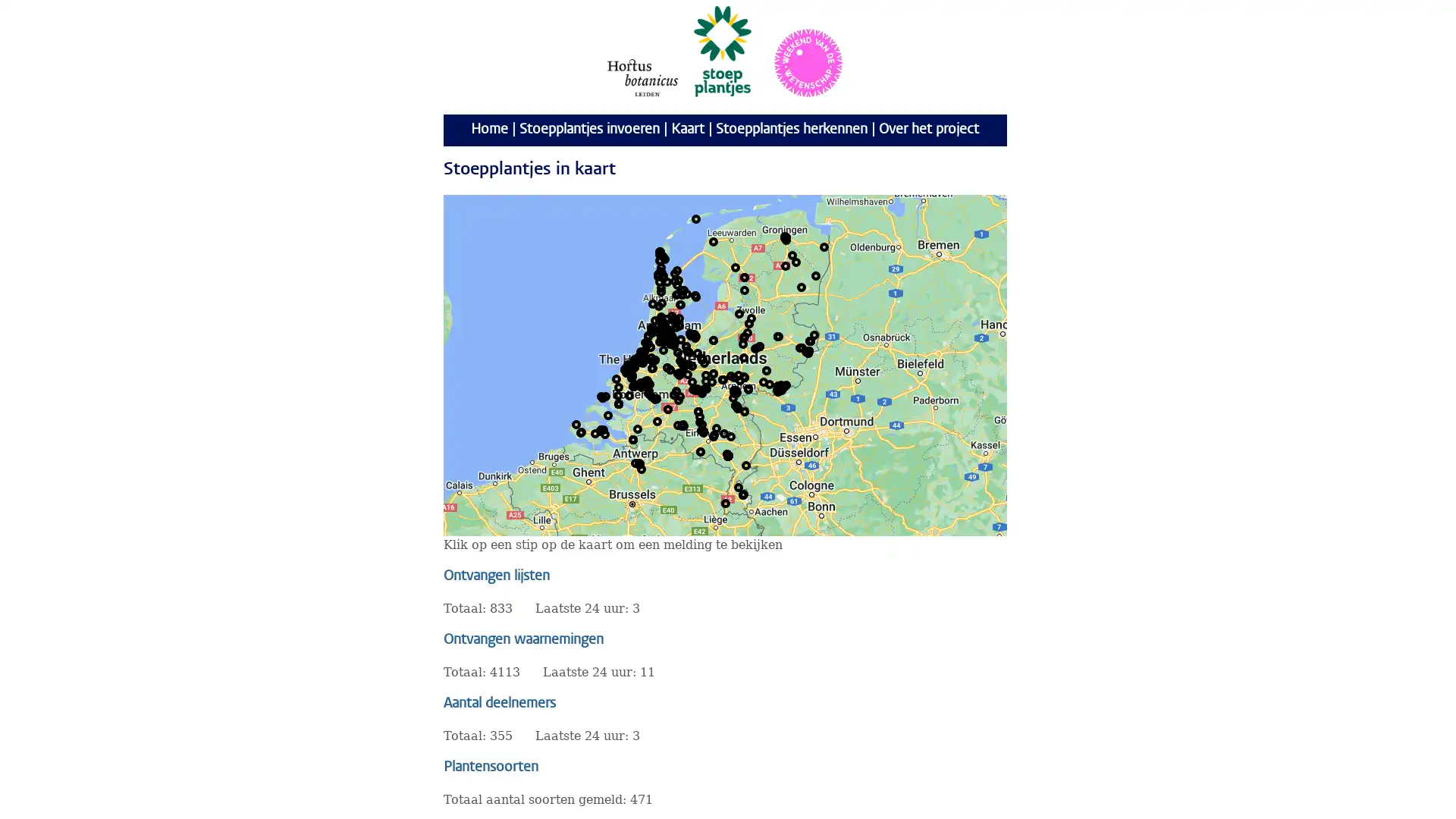 This screenshot has height=819, width=1456. I want to click on Telling van op 12 juni 2022, so click(701, 390).